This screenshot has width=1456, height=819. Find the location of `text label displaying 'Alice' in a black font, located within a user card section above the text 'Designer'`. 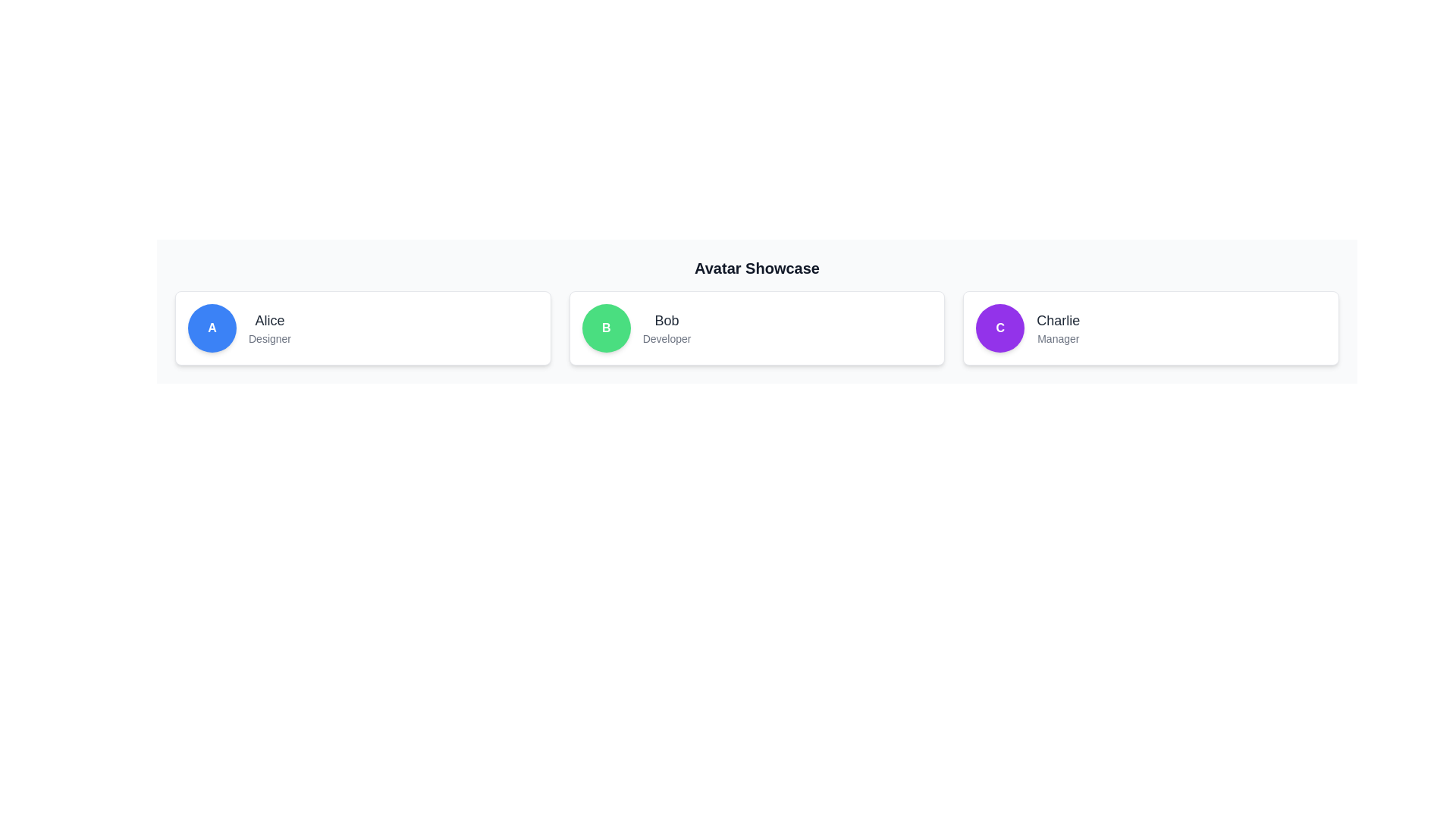

text label displaying 'Alice' in a black font, located within a user card section above the text 'Designer' is located at coordinates (269, 320).